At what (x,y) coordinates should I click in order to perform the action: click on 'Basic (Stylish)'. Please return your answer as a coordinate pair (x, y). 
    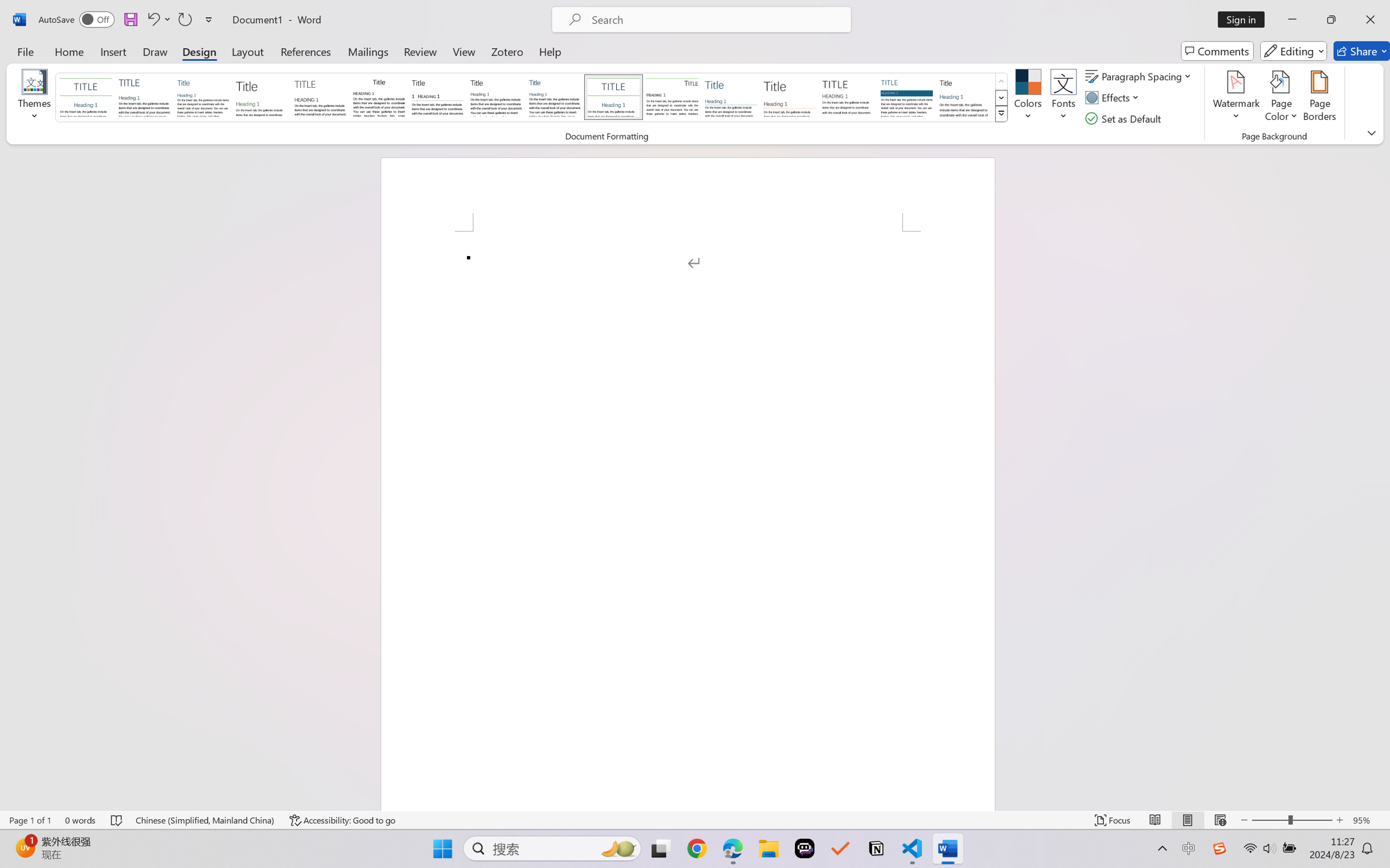
    Looking at the image, I should click on (261, 96).